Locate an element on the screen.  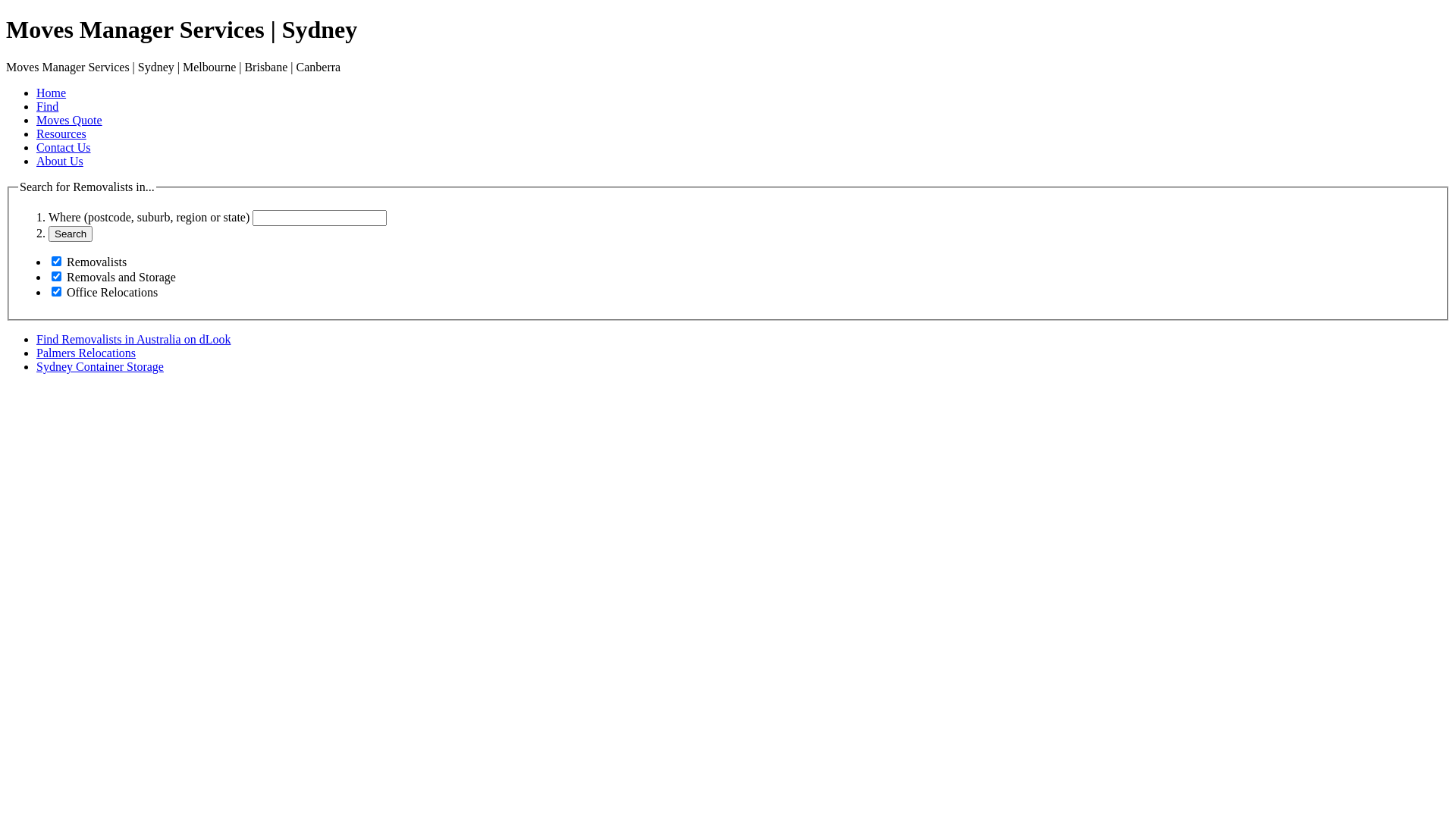
'Sydney Container Storage' is located at coordinates (36, 366).